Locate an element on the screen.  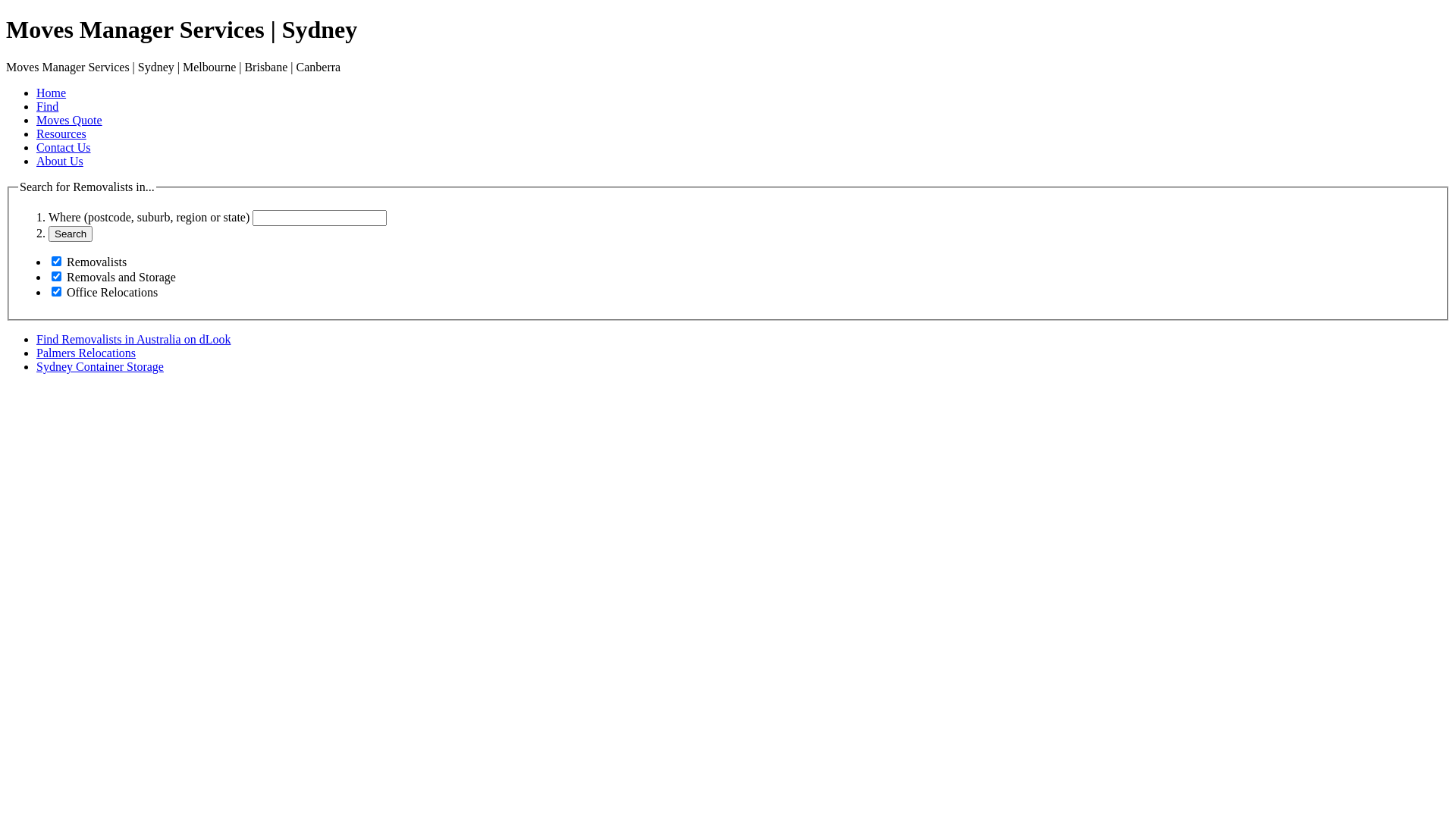
'Sydney Container Storage' is located at coordinates (36, 366).